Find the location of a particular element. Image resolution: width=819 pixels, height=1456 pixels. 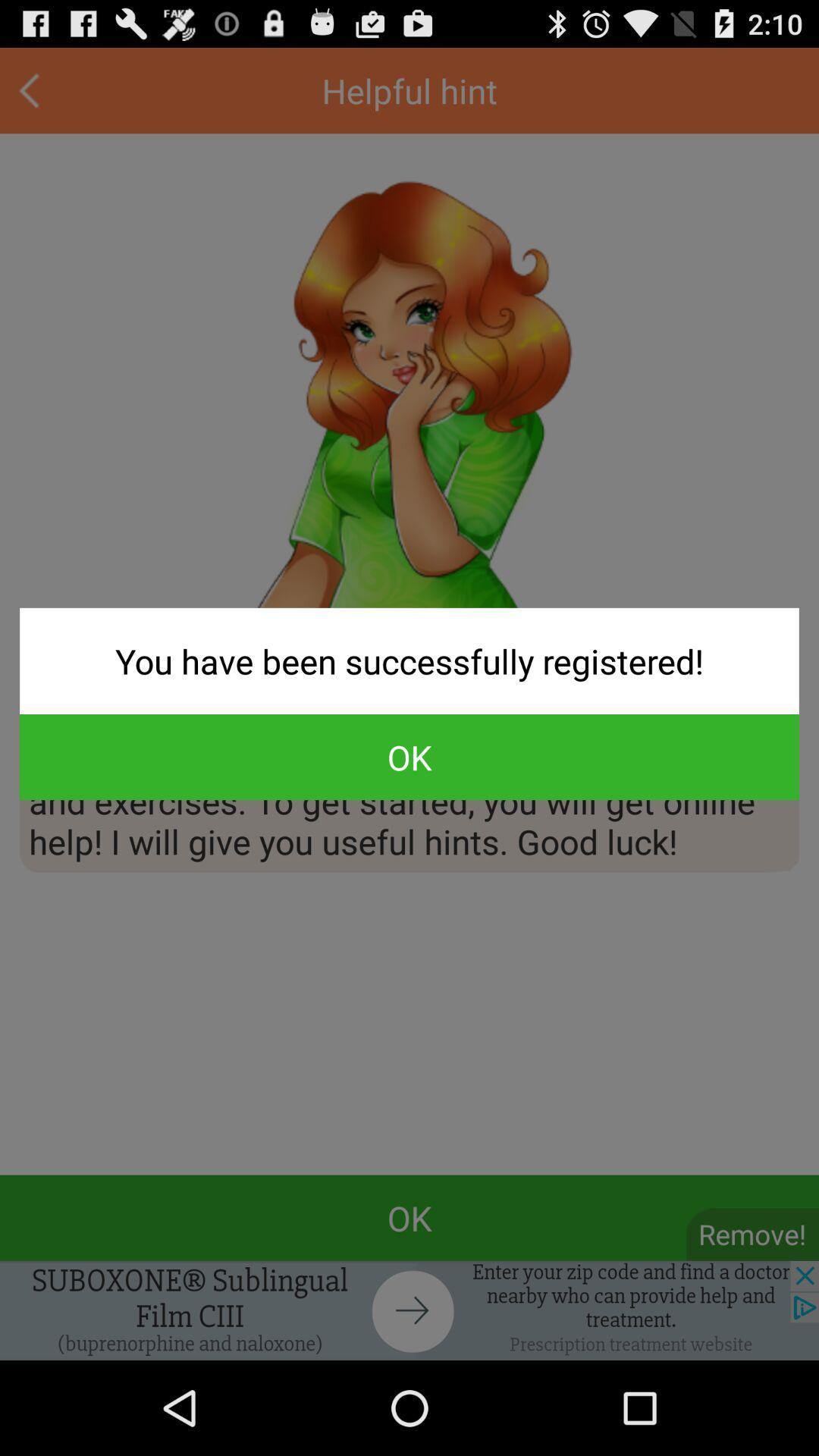

ok item is located at coordinates (409, 757).